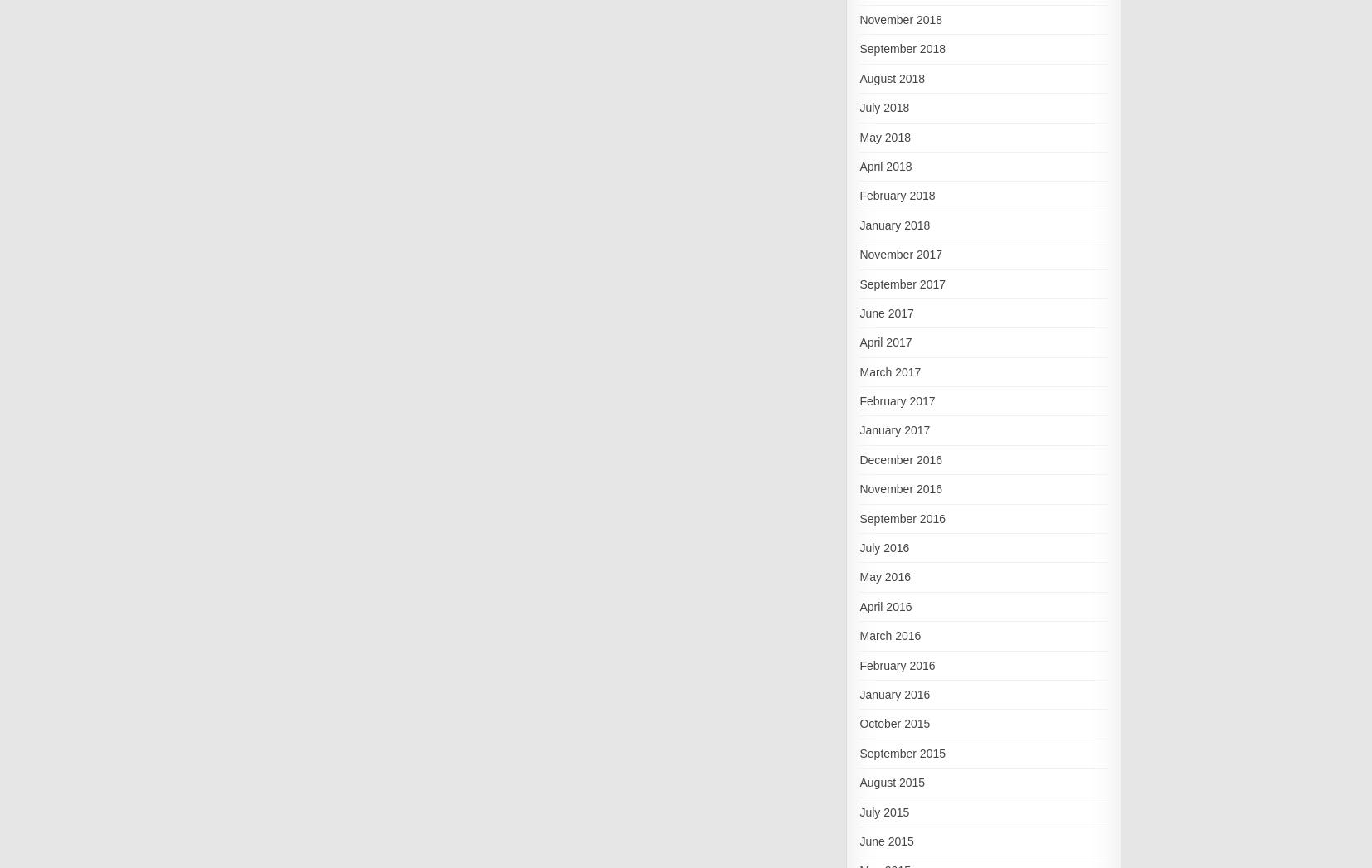 This screenshot has width=1372, height=868. Describe the element at coordinates (893, 693) in the screenshot. I see `'January 2016'` at that location.